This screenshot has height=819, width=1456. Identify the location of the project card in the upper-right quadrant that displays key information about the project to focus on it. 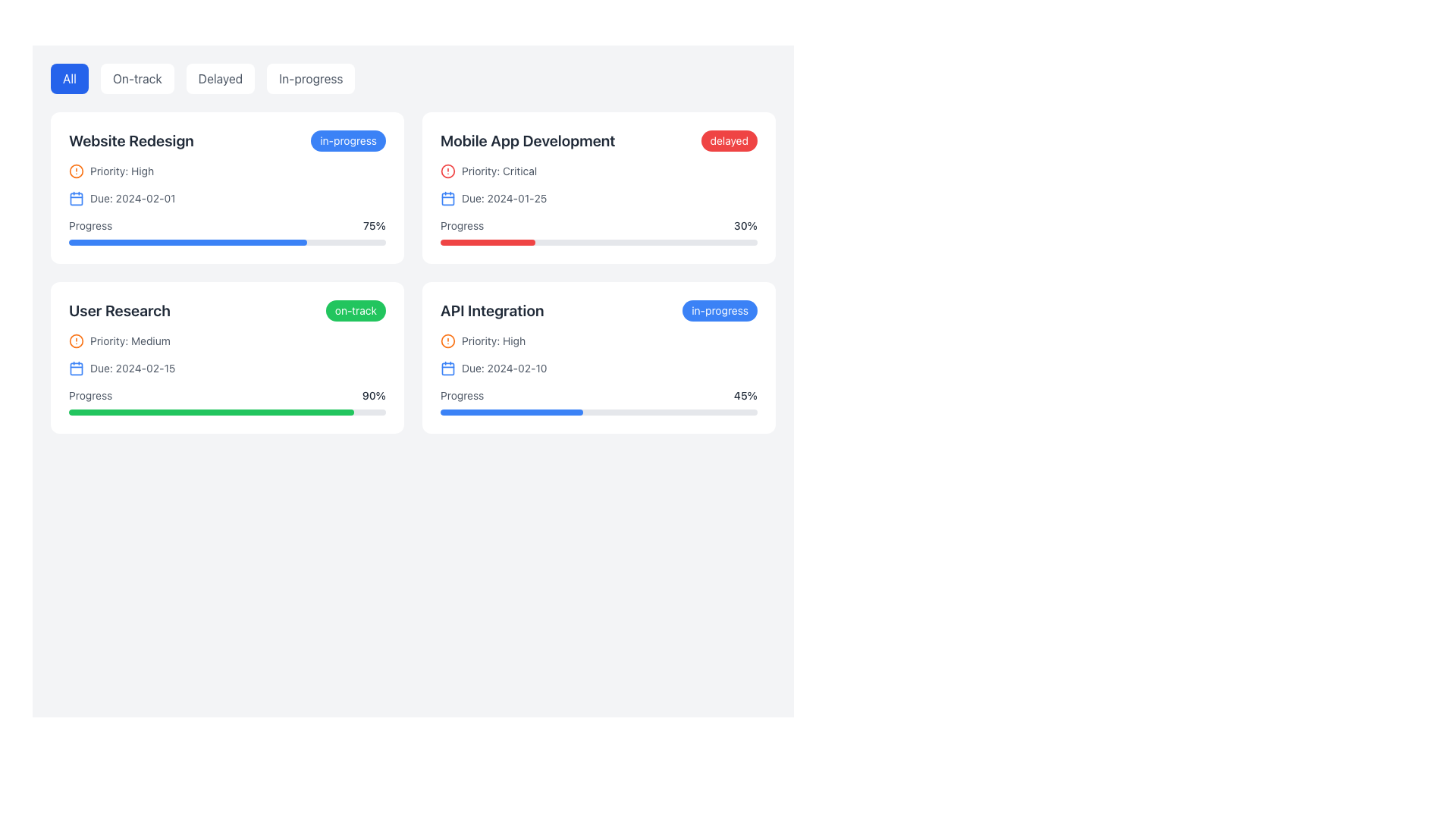
(598, 187).